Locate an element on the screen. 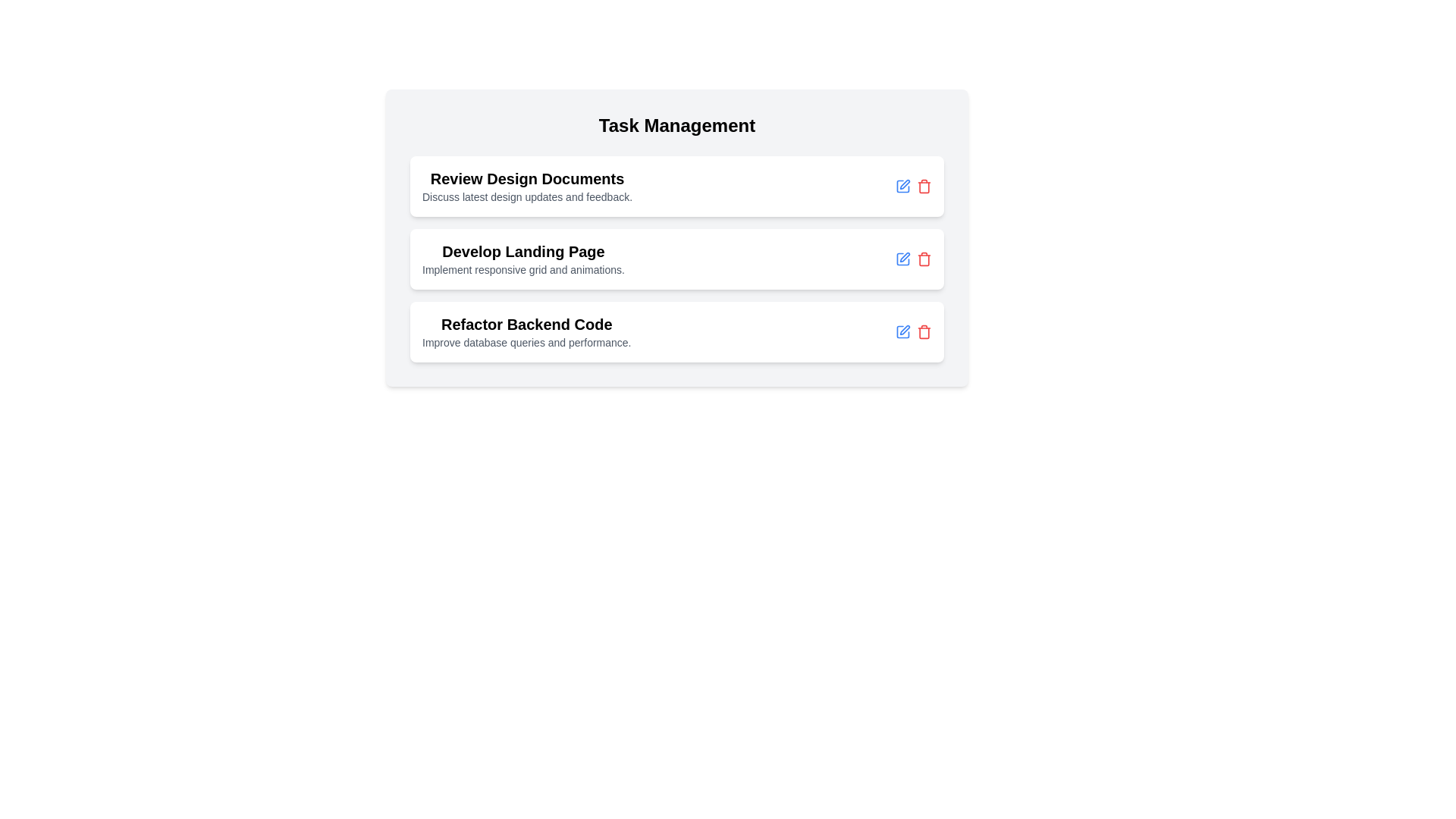  the edit icon located in the upper right section of the 'Review Design Documents' task card, which is styled in blue and positioned to the left of the delete icon is located at coordinates (912, 186).